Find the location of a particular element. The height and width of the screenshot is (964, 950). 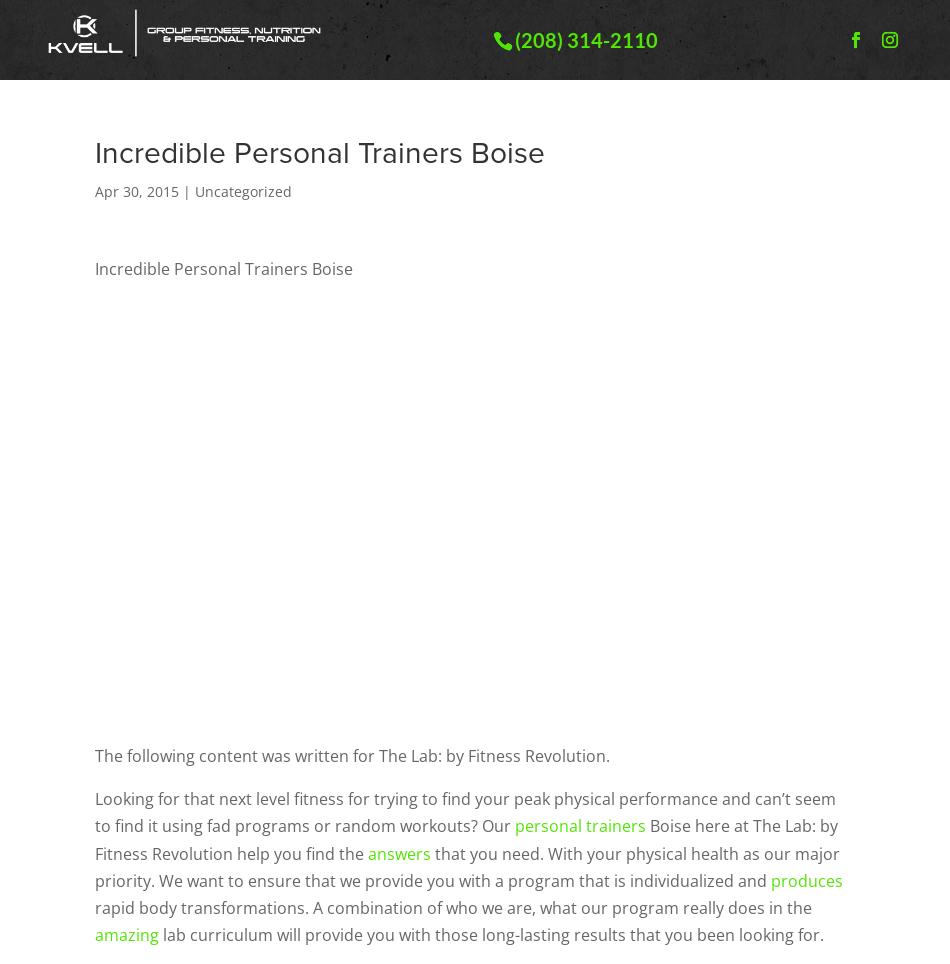

'rapid body transformations. A combination of who we are, what our program really does in the' is located at coordinates (95, 906).